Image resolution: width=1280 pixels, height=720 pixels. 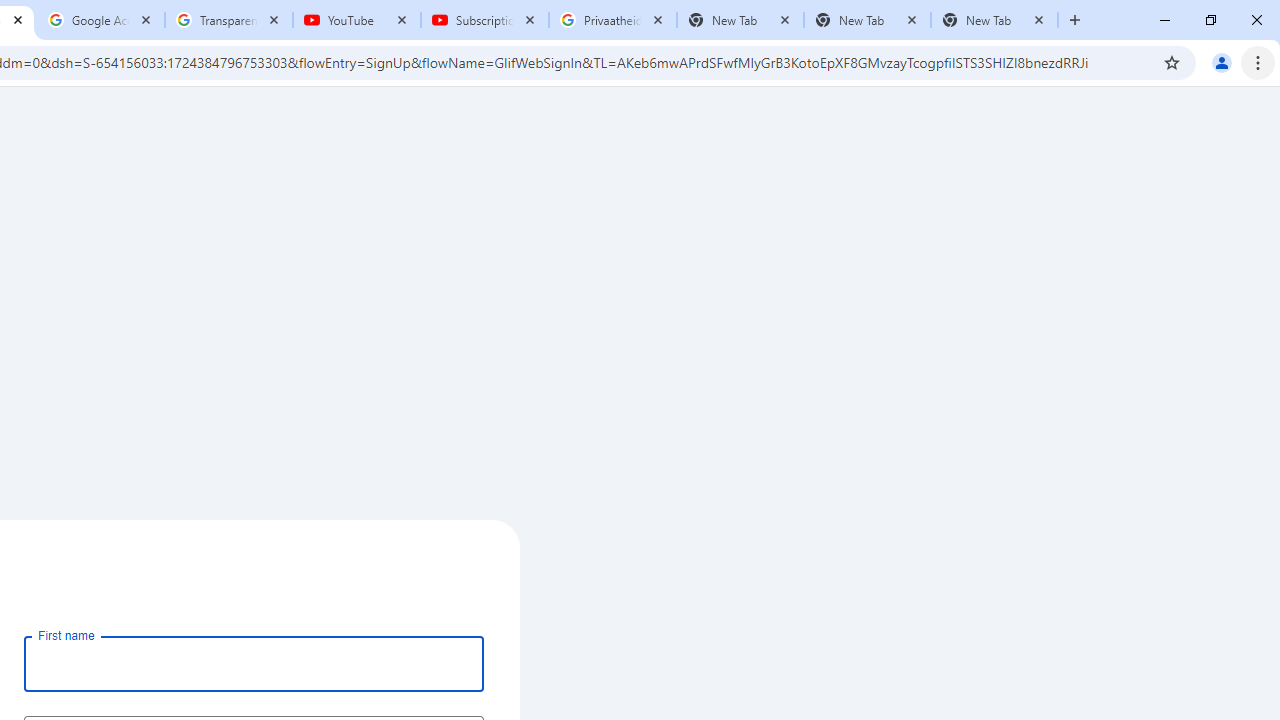 What do you see at coordinates (357, 20) in the screenshot?
I see `'YouTube'` at bounding box center [357, 20].